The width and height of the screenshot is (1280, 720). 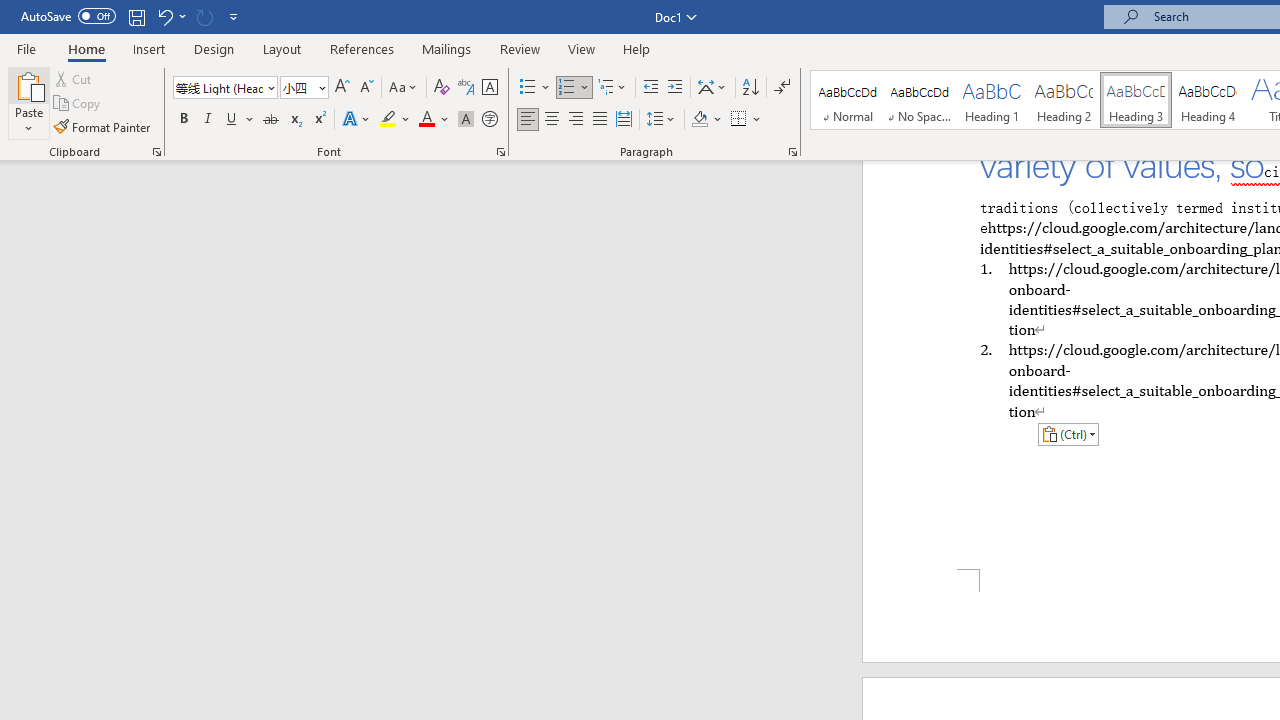 What do you see at coordinates (791, 150) in the screenshot?
I see `'Paragraph...'` at bounding box center [791, 150].